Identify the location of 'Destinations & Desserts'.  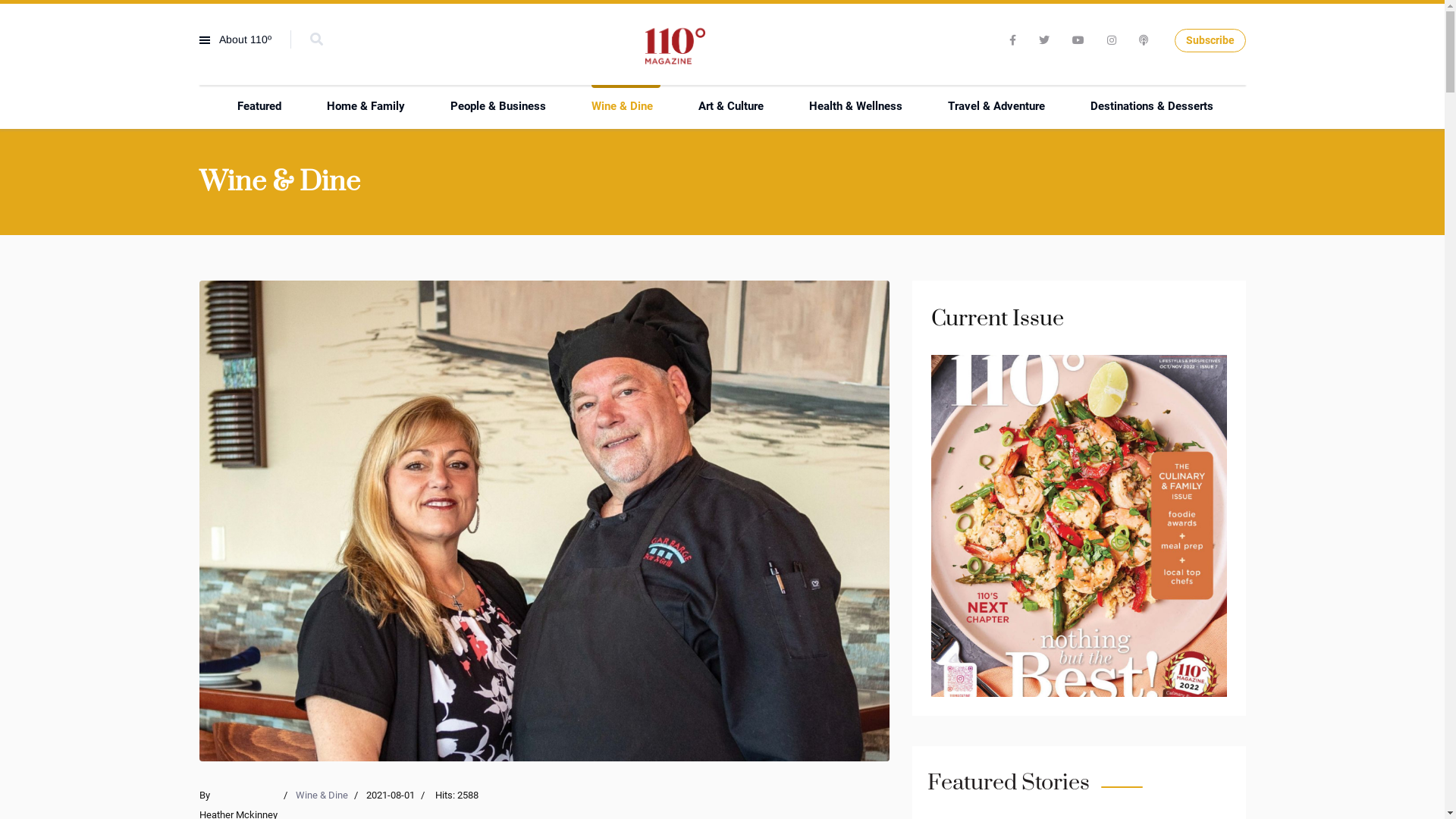
(1154, 105).